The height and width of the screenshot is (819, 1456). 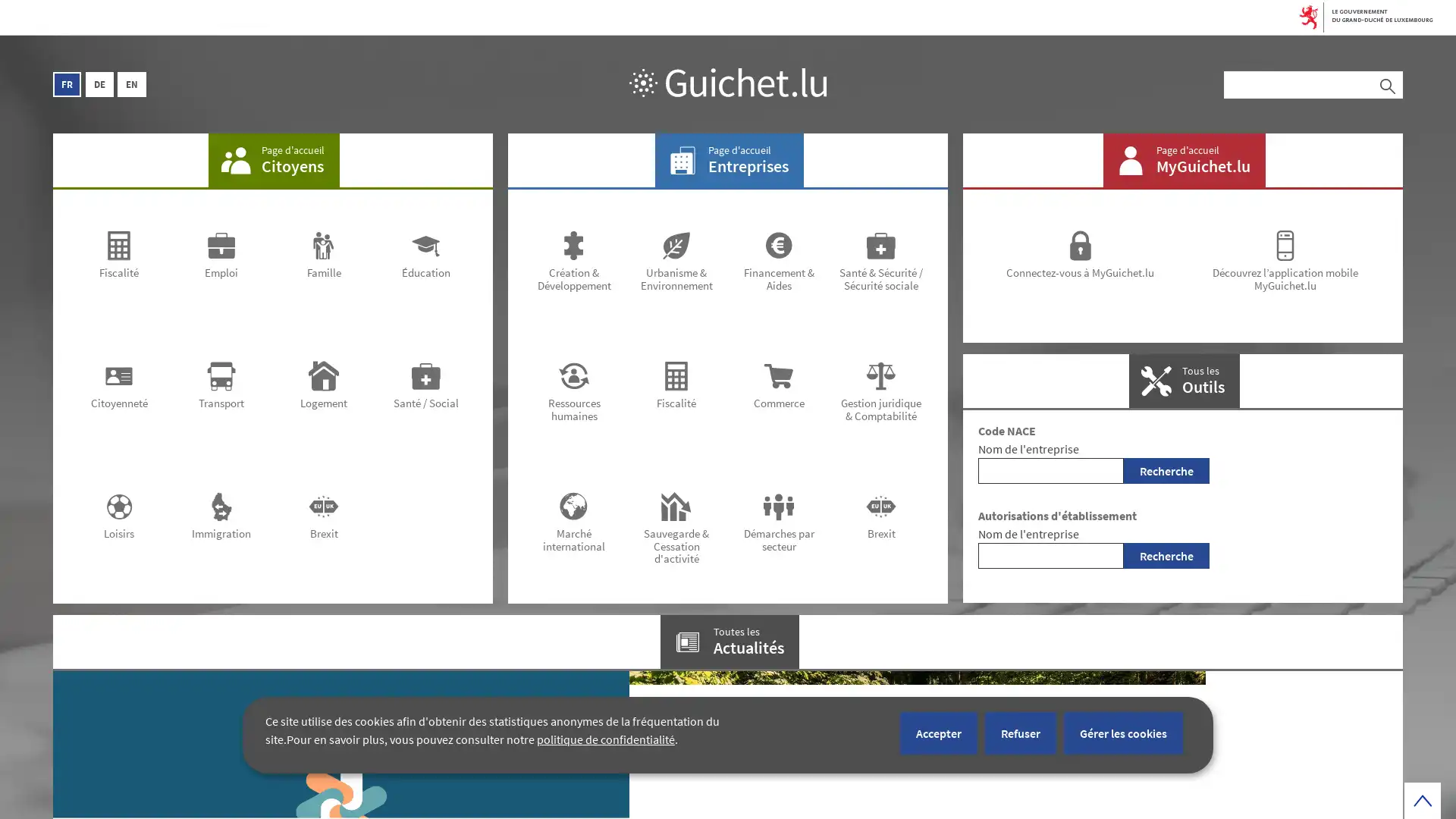 I want to click on Recherche, so click(x=1165, y=555).